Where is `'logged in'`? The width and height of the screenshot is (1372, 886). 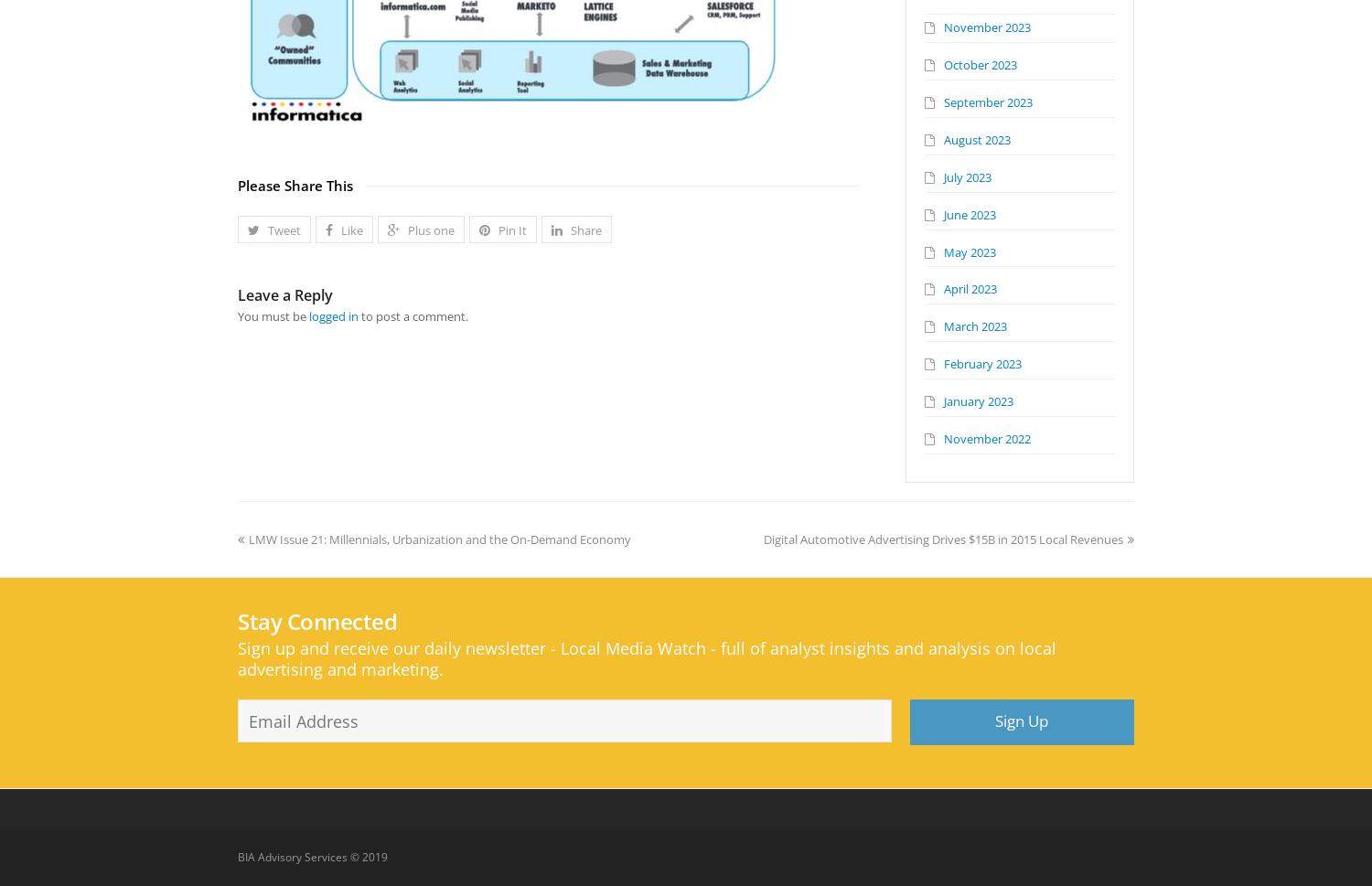 'logged in' is located at coordinates (332, 315).